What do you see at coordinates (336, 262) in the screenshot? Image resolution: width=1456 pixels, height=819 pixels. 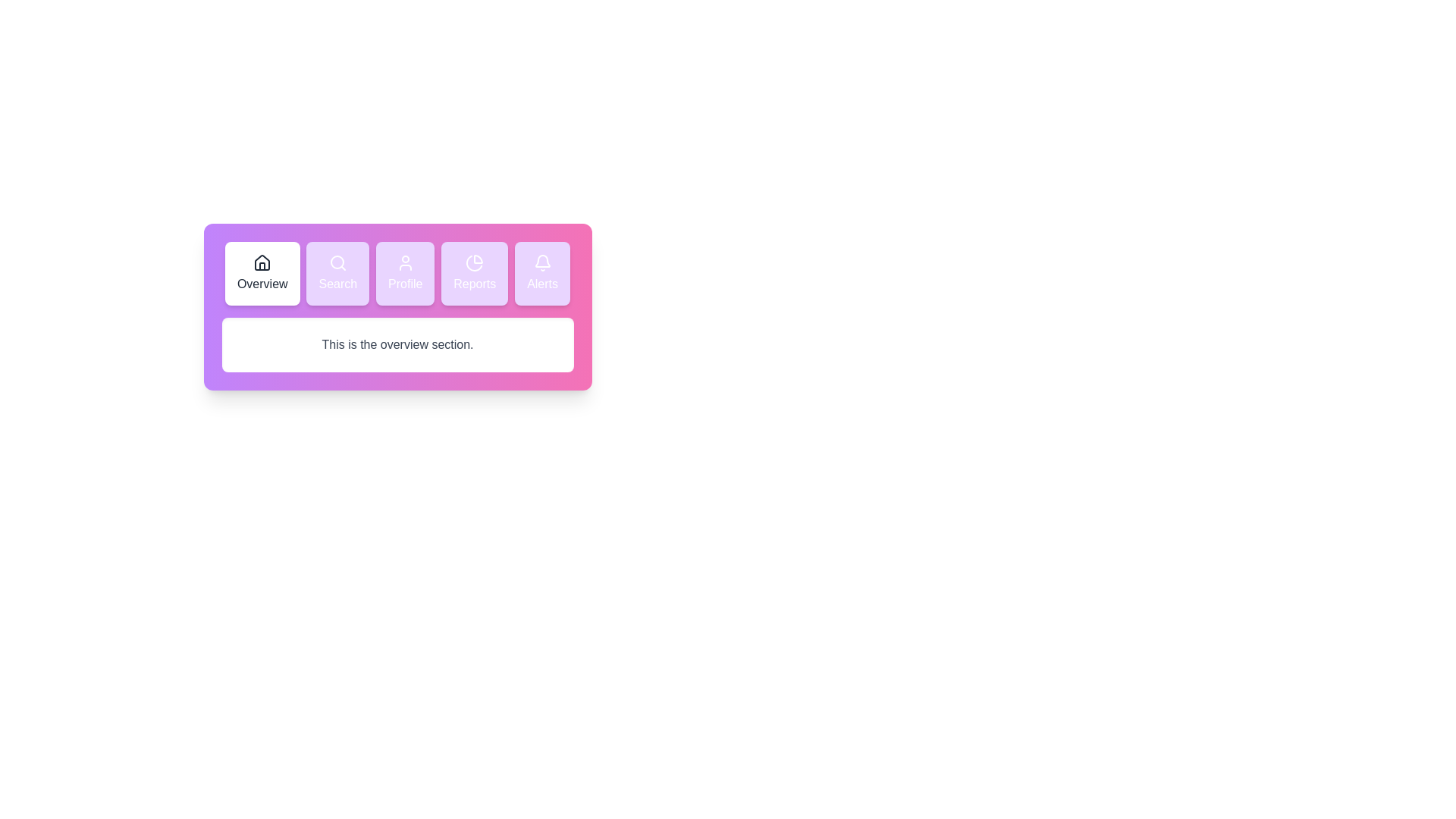 I see `the circular part of the 'Search' icon located in the second button from the left in the horizontal menu bar` at bounding box center [336, 262].